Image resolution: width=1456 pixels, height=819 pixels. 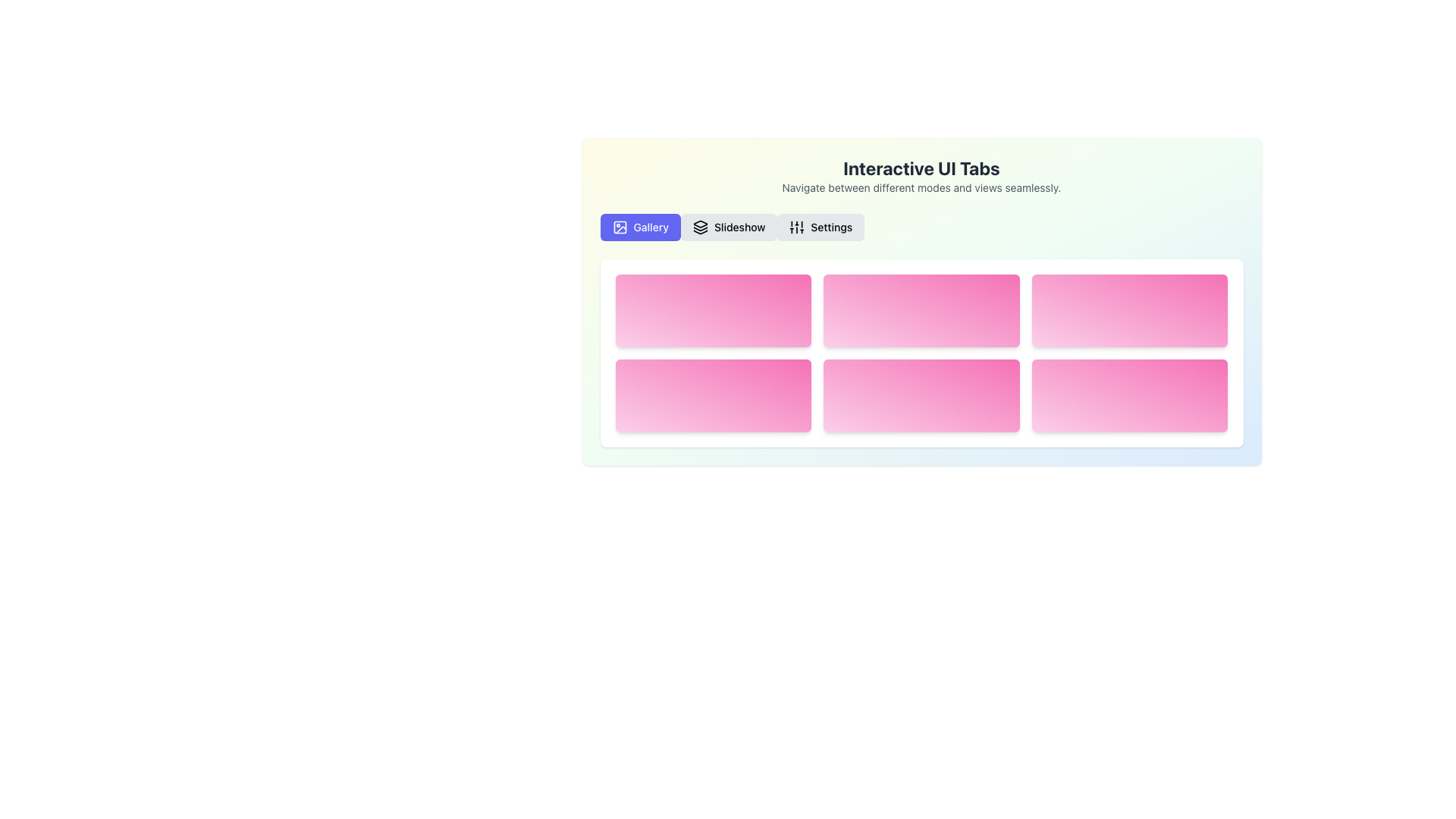 I want to click on decorative panel located in the second row, first column of the grid, which organizes or frames content, so click(x=712, y=394).